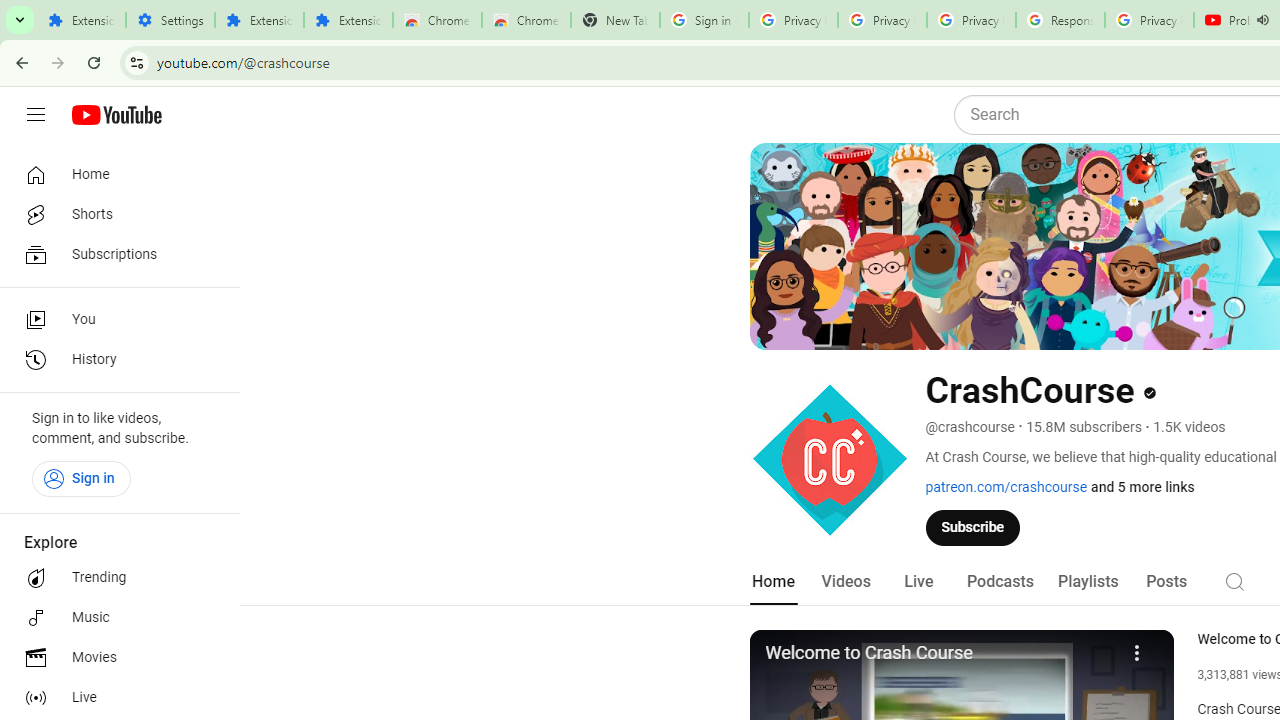 The image size is (1280, 720). I want to click on 'YouTube Home', so click(115, 115).